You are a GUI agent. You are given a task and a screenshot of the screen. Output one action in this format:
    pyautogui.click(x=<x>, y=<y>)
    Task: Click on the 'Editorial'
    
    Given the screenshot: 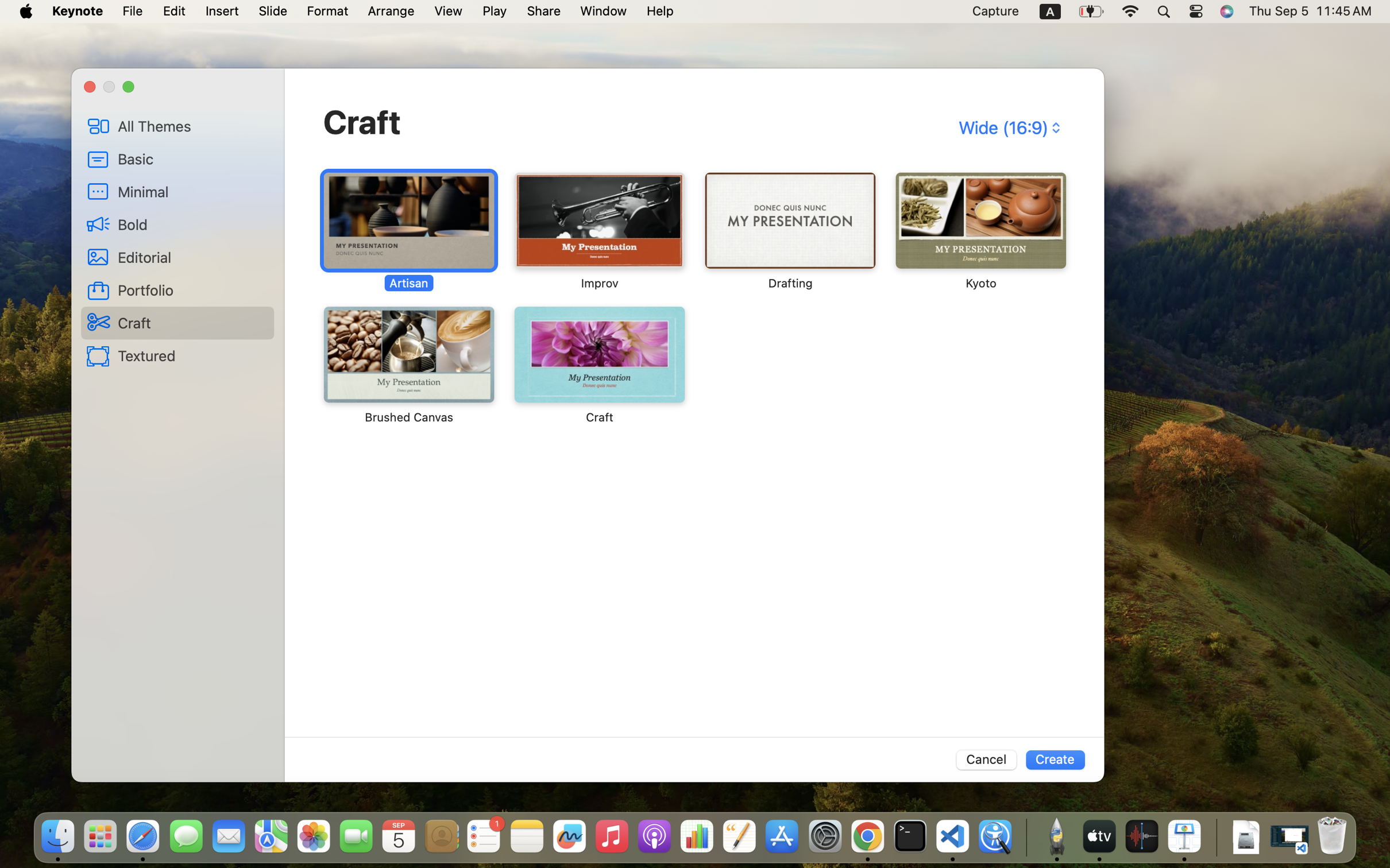 What is the action you would take?
    pyautogui.click(x=192, y=257)
    